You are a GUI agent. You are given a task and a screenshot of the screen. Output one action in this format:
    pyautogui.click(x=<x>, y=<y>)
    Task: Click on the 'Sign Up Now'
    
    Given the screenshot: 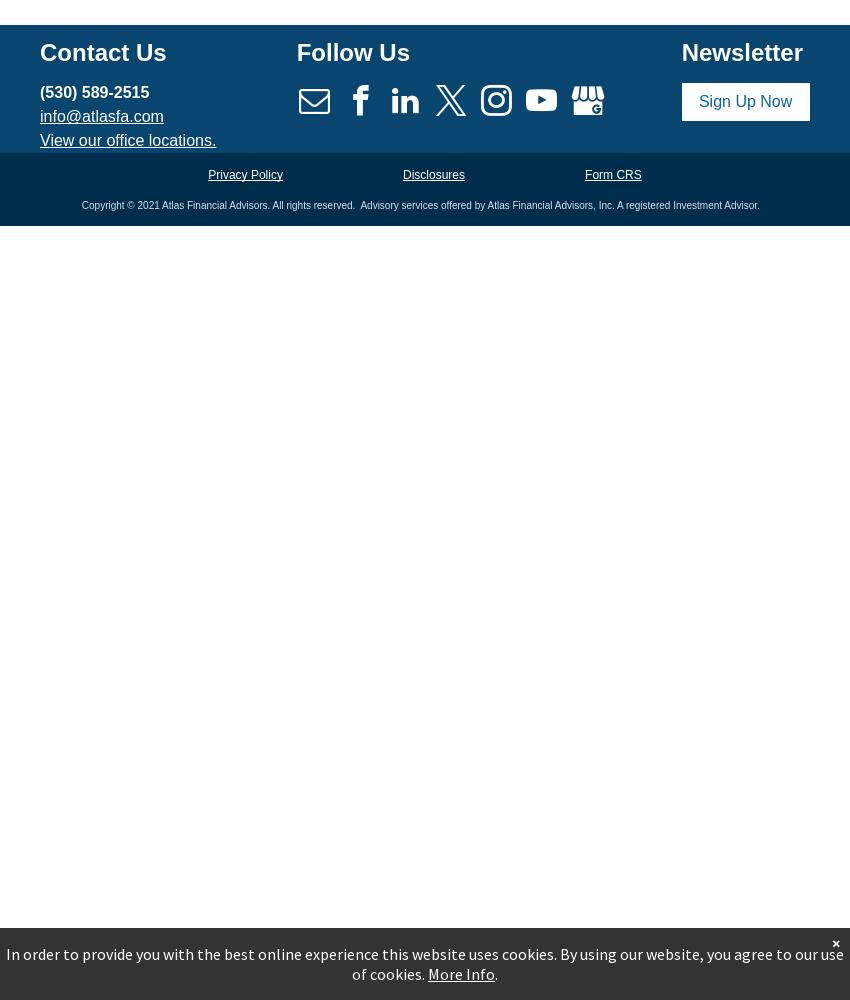 What is the action you would take?
    pyautogui.click(x=745, y=99)
    